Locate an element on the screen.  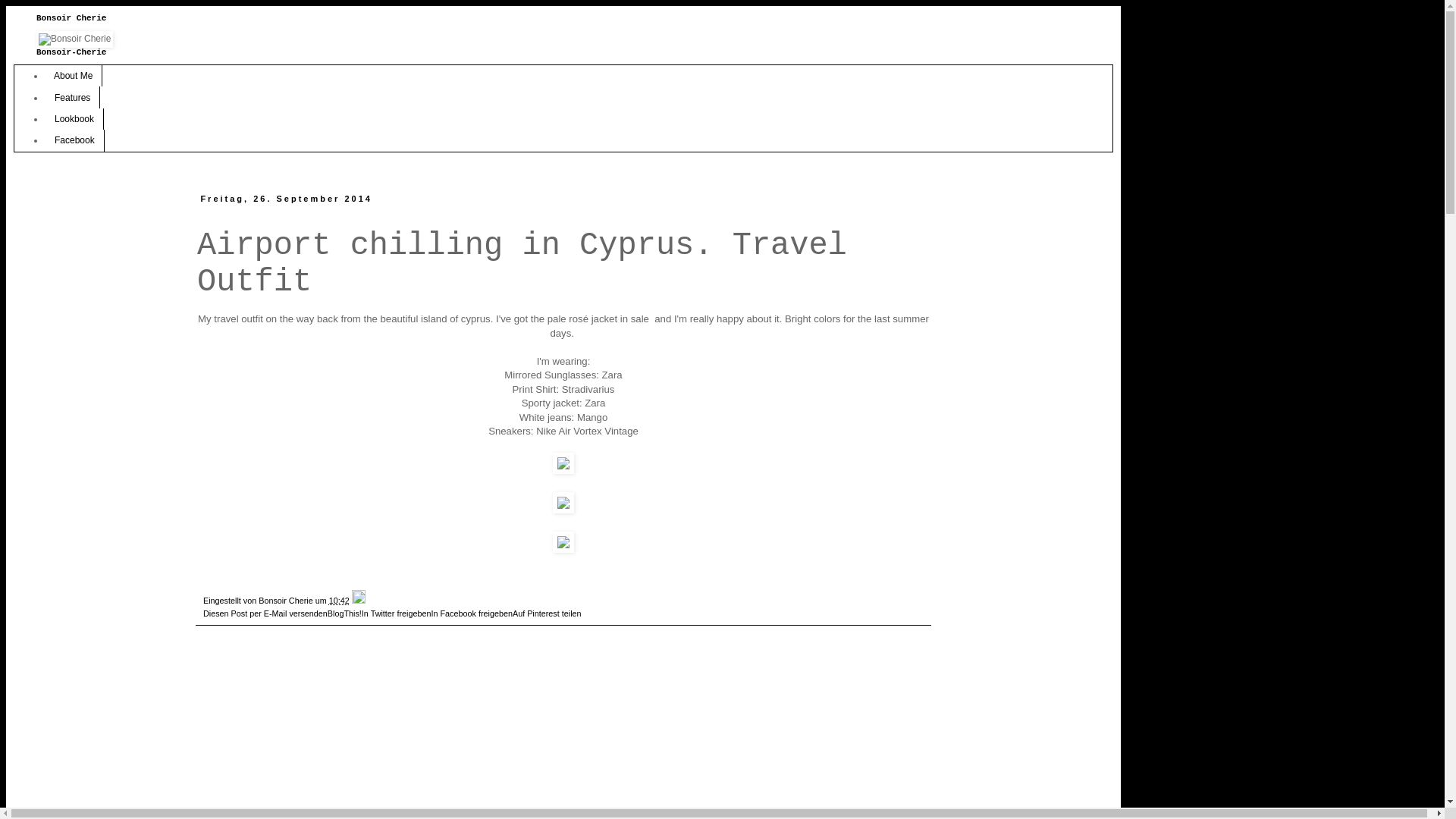
'10:42' is located at coordinates (338, 599).